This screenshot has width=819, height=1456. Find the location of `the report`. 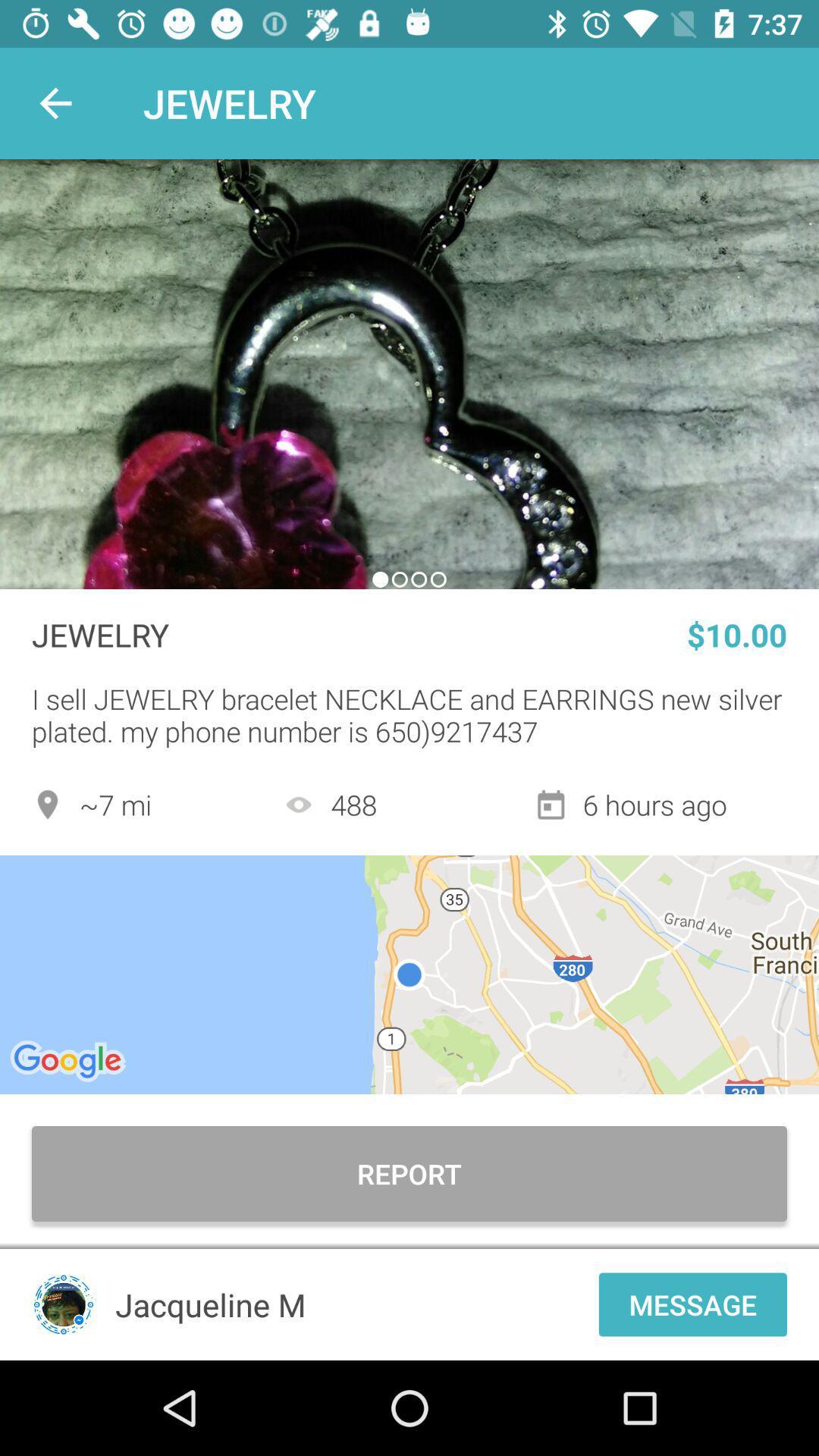

the report is located at coordinates (409, 1173).